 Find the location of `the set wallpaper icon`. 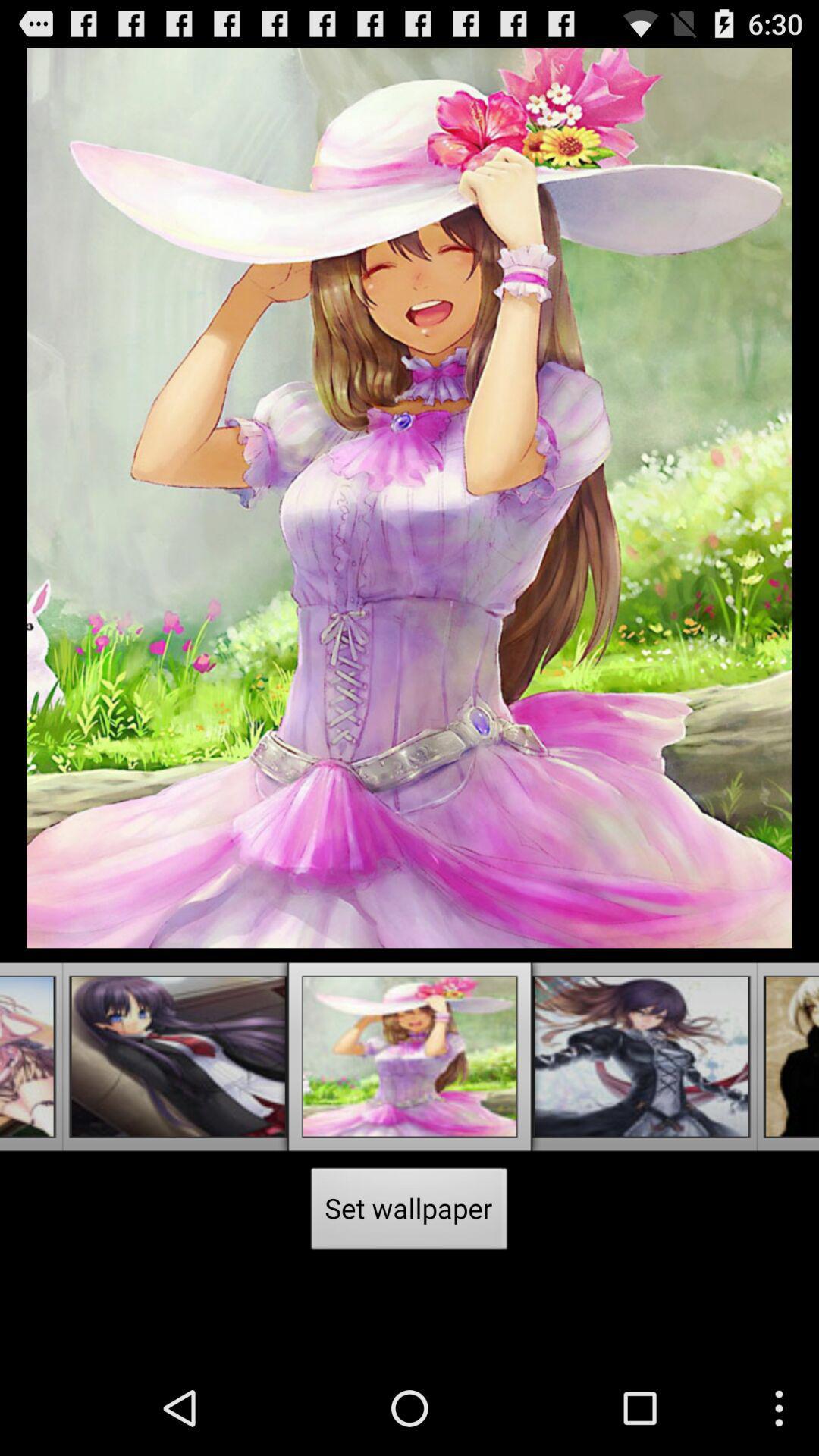

the set wallpaper icon is located at coordinates (409, 1212).